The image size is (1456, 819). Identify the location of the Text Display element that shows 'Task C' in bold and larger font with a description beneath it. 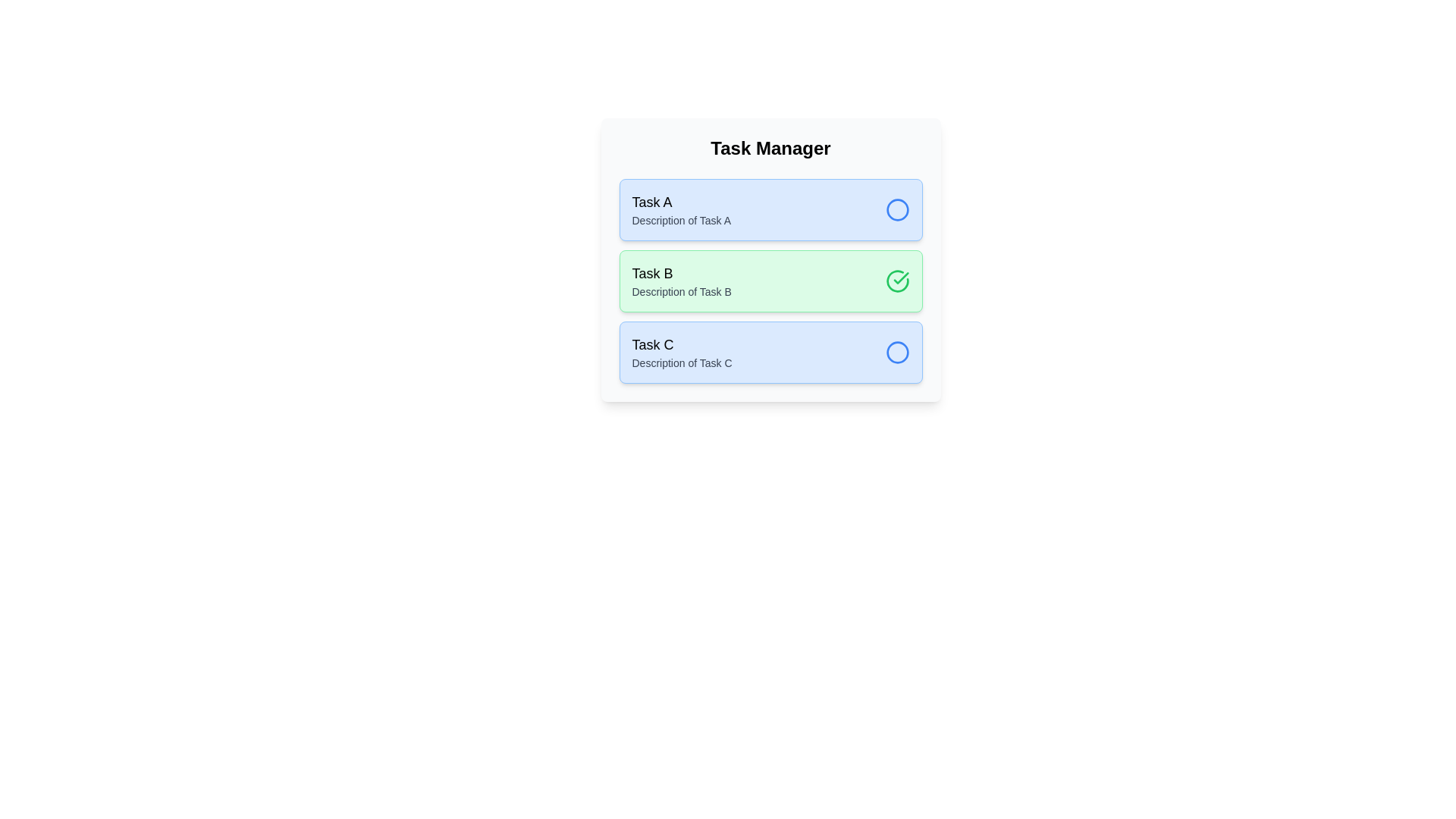
(681, 353).